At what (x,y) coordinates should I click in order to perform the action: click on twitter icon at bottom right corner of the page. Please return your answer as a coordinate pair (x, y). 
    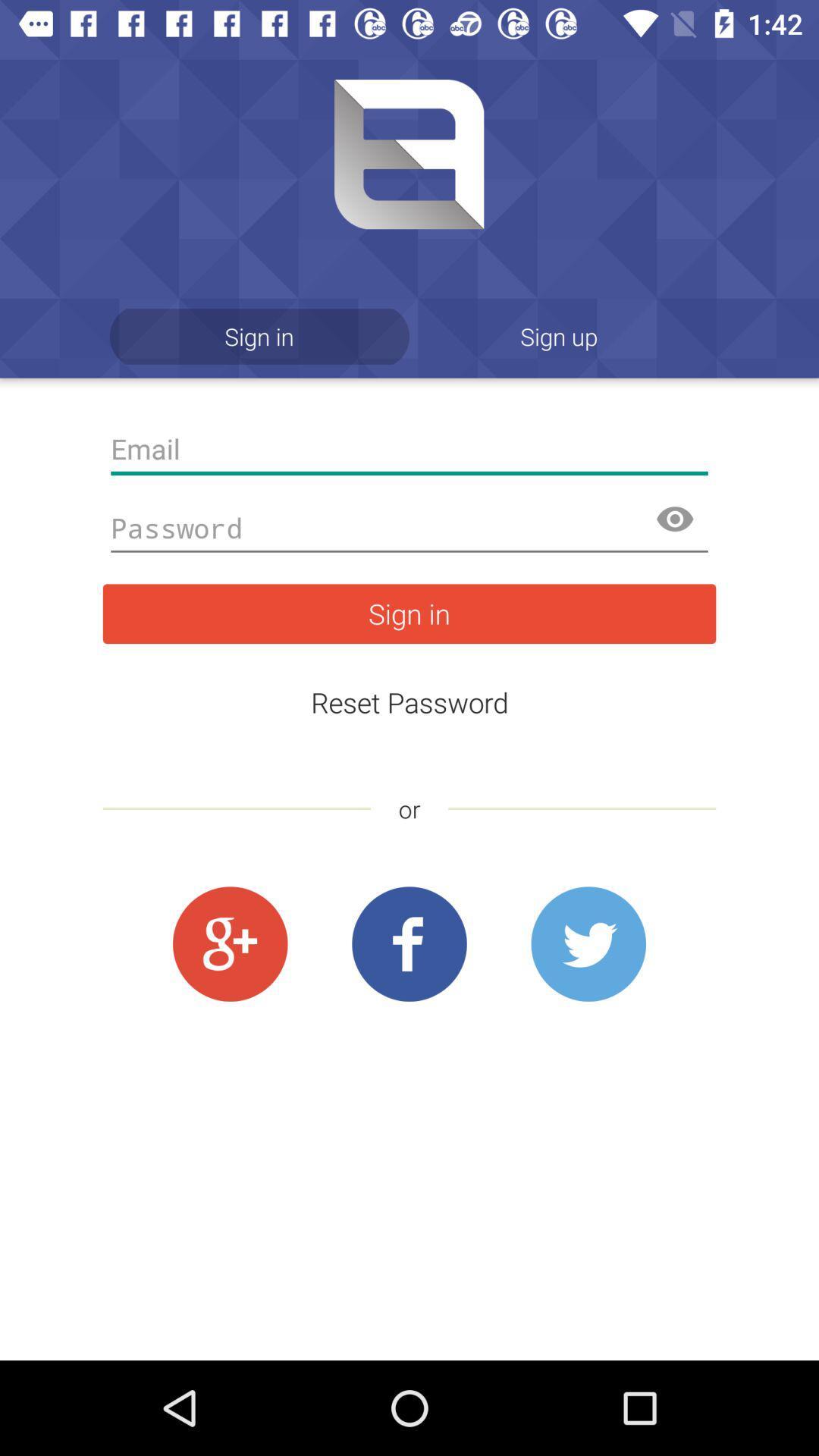
    Looking at the image, I should click on (588, 944).